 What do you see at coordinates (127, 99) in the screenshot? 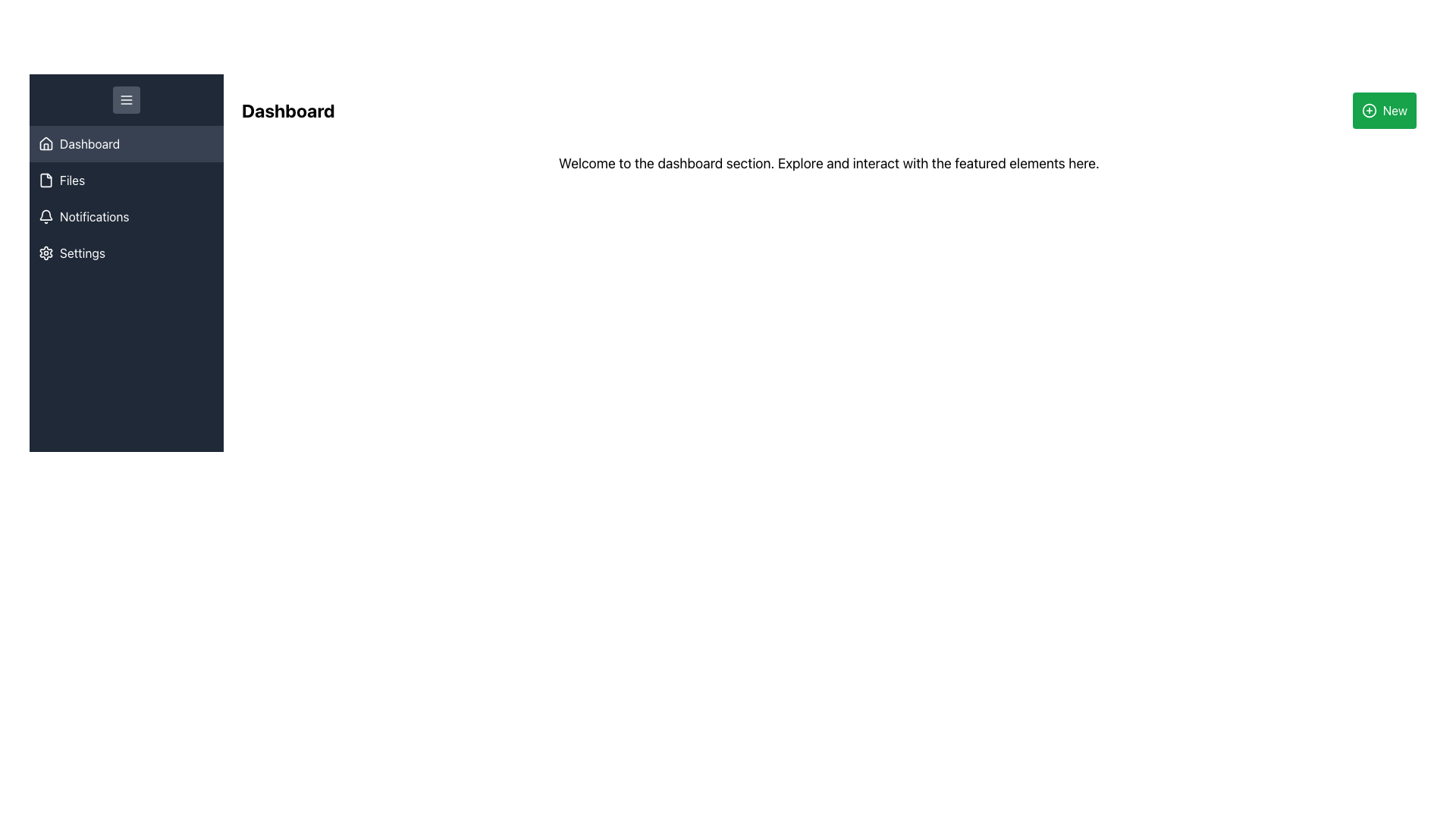
I see `the rounded rectangular button with a dark gray background and a menu icon` at bounding box center [127, 99].